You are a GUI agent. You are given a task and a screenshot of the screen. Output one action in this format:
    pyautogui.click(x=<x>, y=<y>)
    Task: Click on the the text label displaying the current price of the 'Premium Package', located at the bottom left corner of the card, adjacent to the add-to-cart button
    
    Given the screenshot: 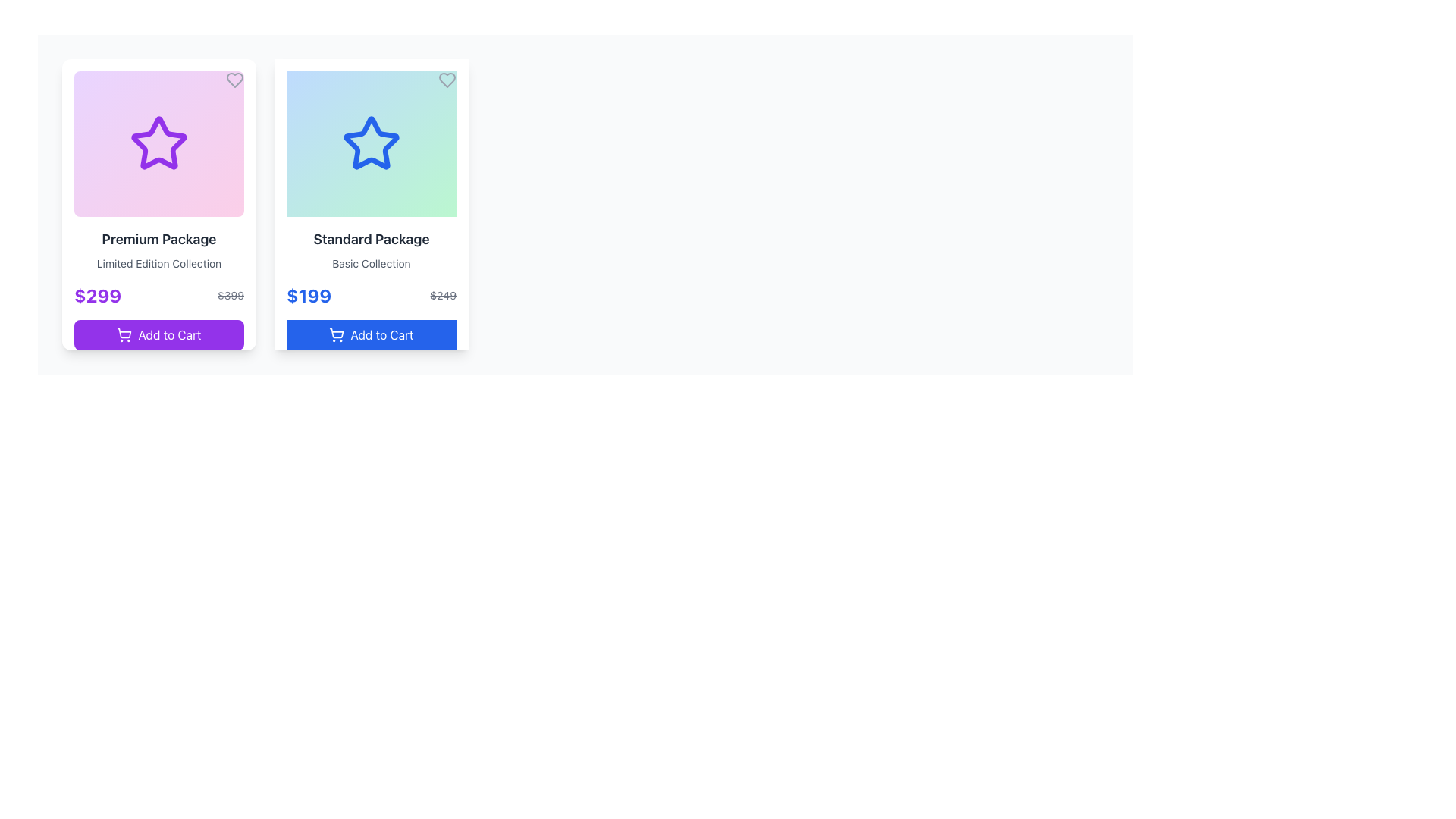 What is the action you would take?
    pyautogui.click(x=97, y=295)
    